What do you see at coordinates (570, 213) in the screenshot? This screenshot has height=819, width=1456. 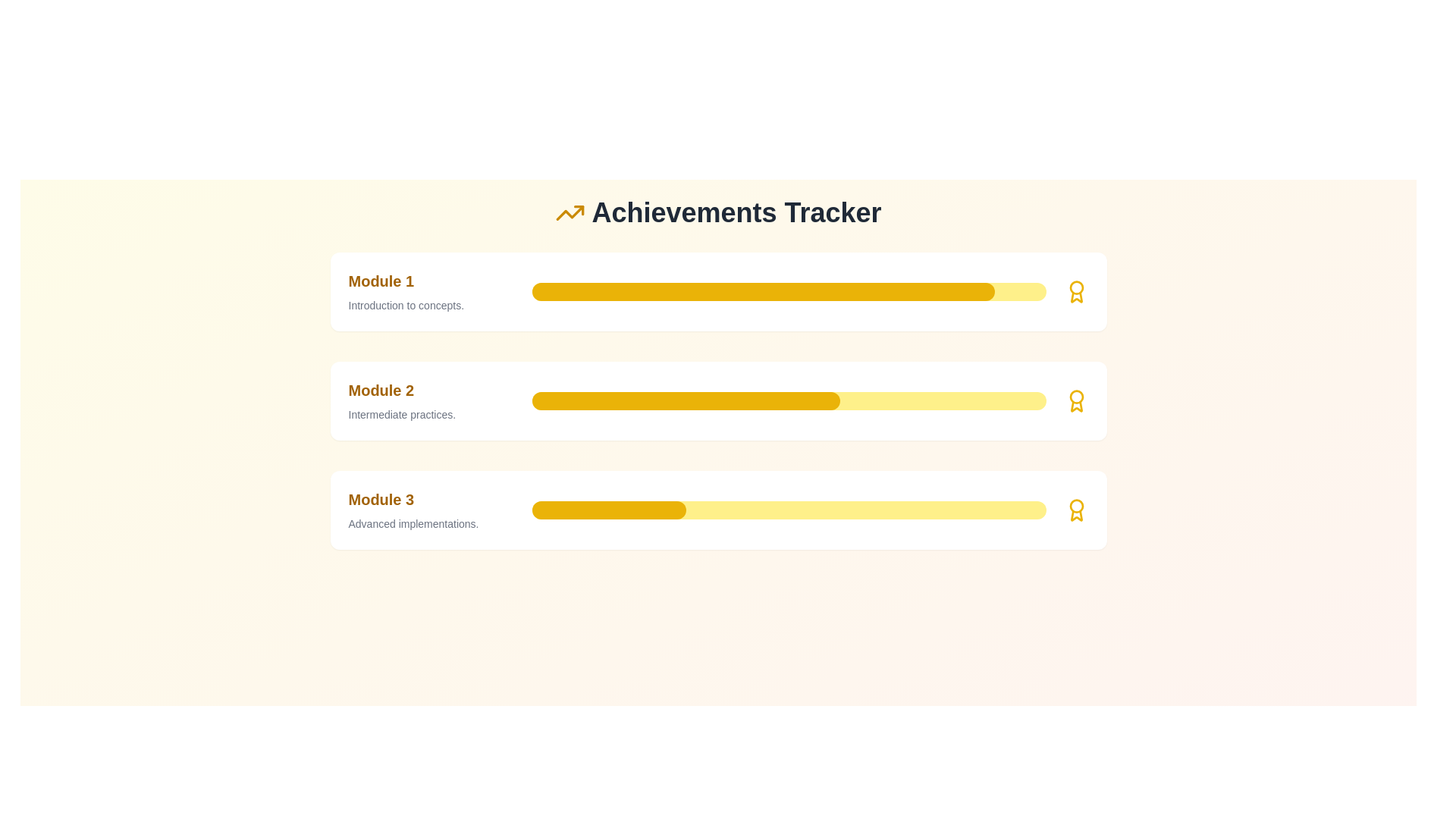 I see `the yellow upward trending arrow vector graphic located in the top-left corner of the header area of the interface` at bounding box center [570, 213].